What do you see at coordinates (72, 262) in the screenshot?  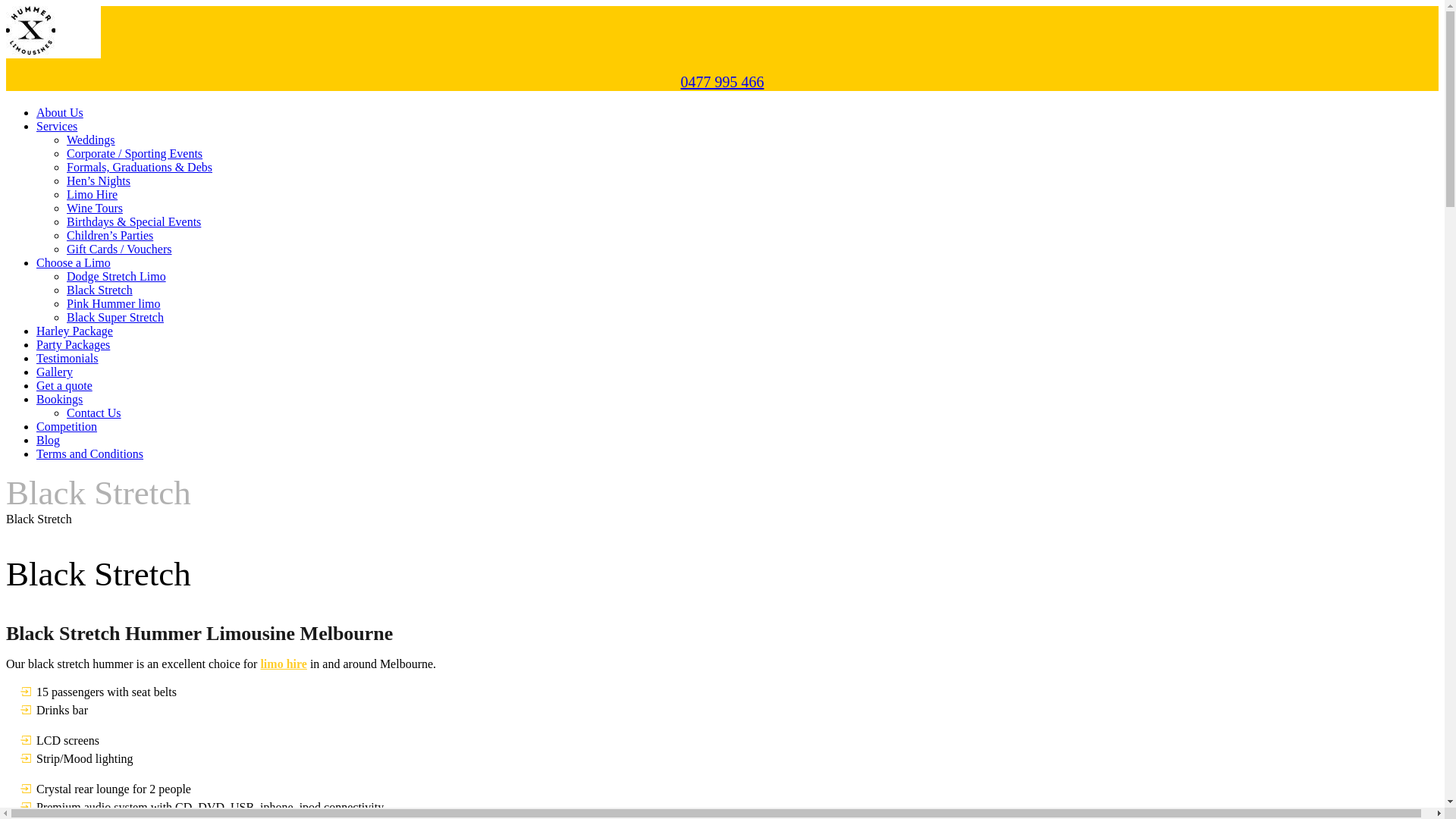 I see `'Choose a Limo'` at bounding box center [72, 262].